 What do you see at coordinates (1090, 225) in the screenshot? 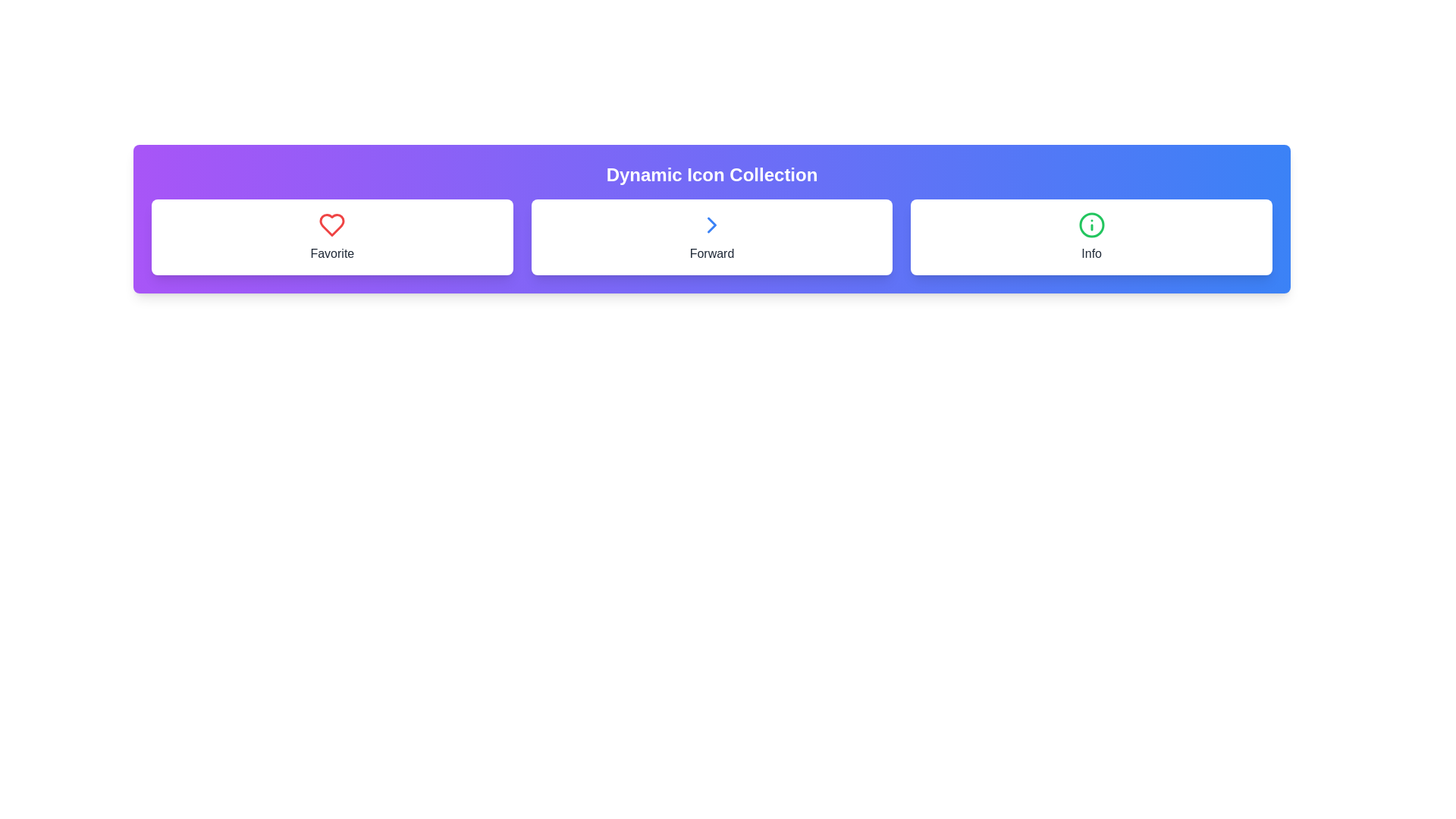
I see `the information icon located within the 'Info' card, which is the third card in a row of three cards labeled 'Favorite', 'Forward', and 'Info'` at bounding box center [1090, 225].